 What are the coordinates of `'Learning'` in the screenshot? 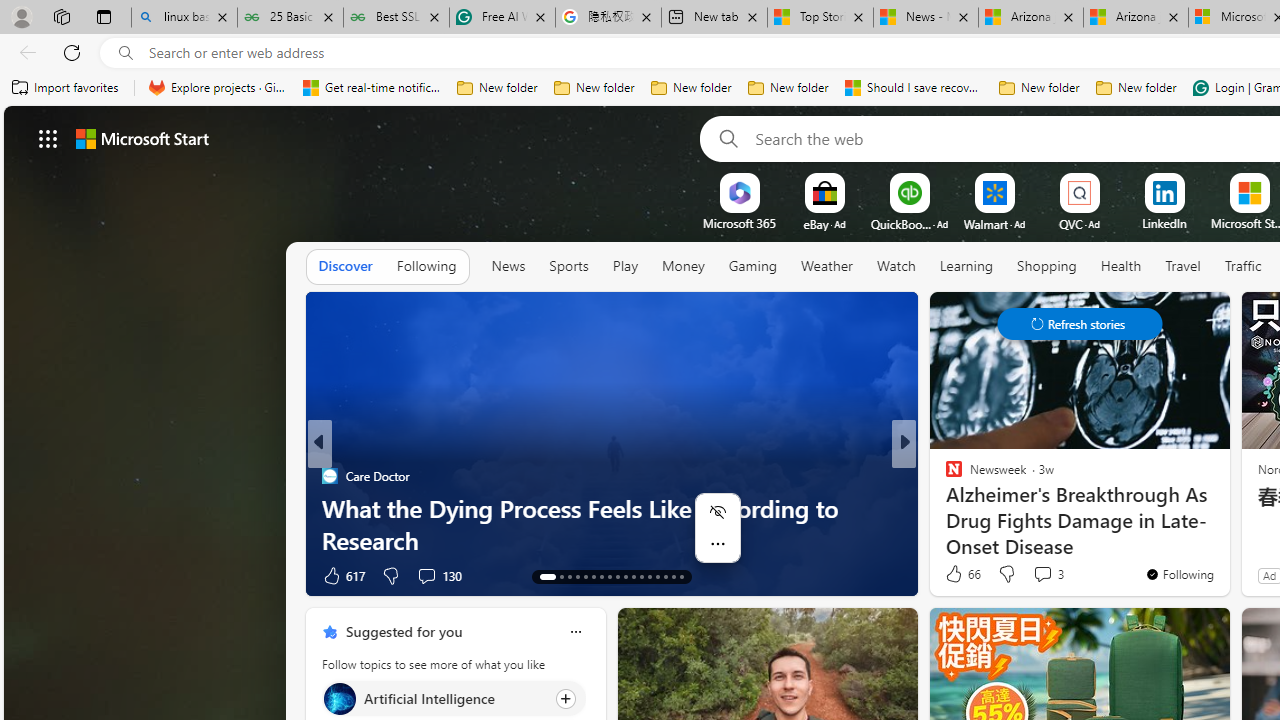 It's located at (966, 265).